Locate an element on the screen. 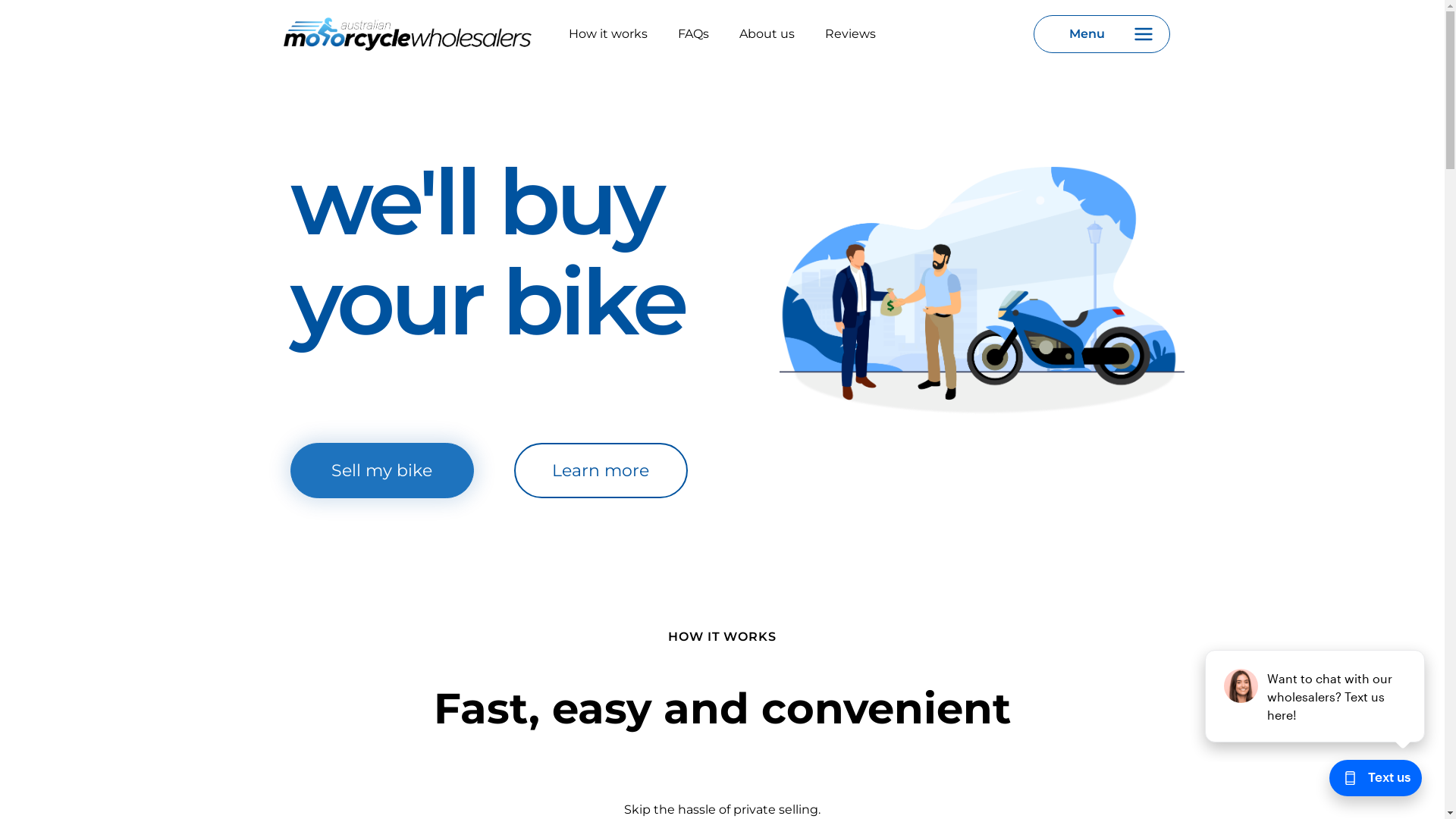 This screenshot has width=1456, height=819. 'Menu' is located at coordinates (1100, 34).